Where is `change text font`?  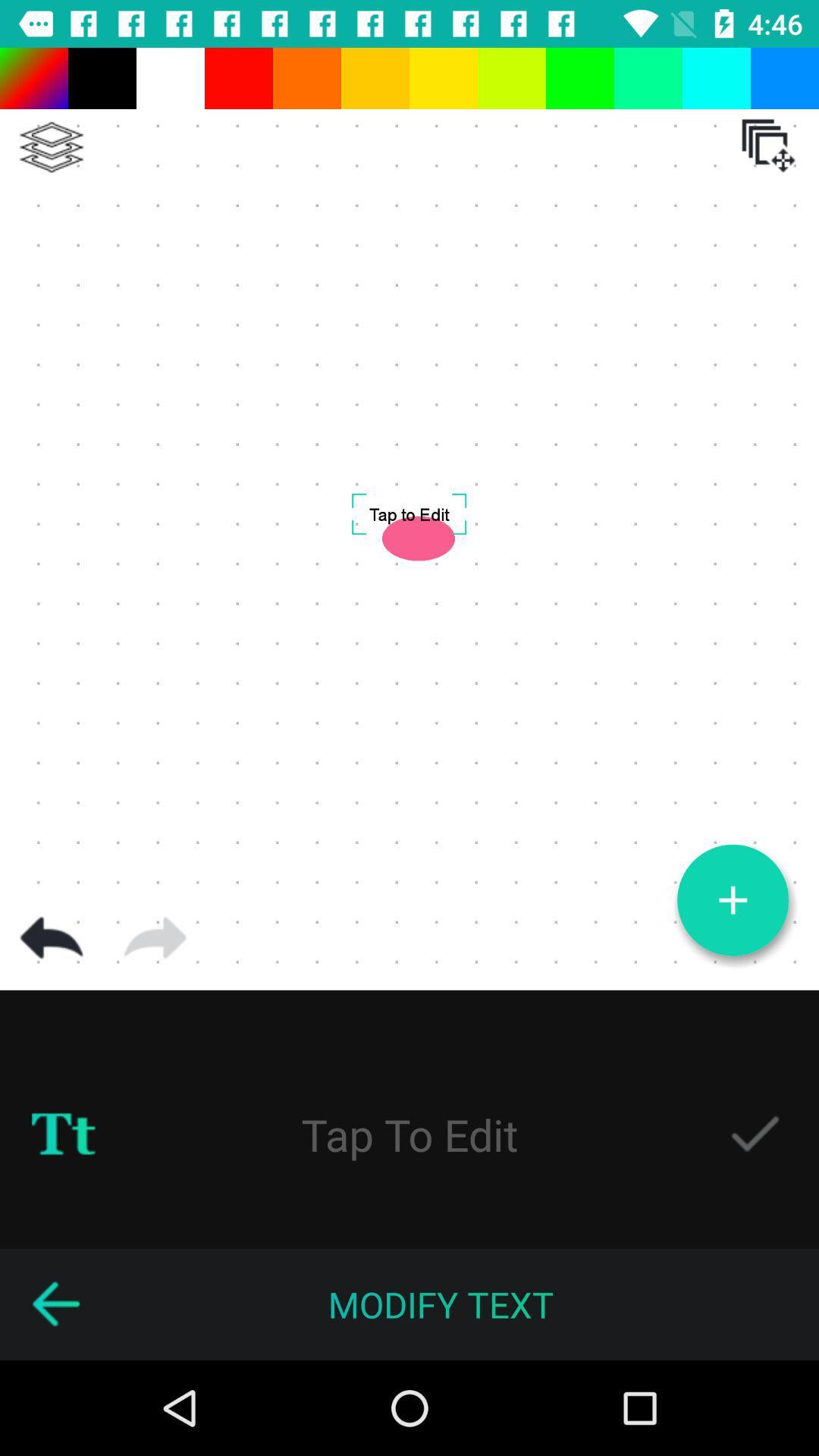 change text font is located at coordinates (63, 1134).